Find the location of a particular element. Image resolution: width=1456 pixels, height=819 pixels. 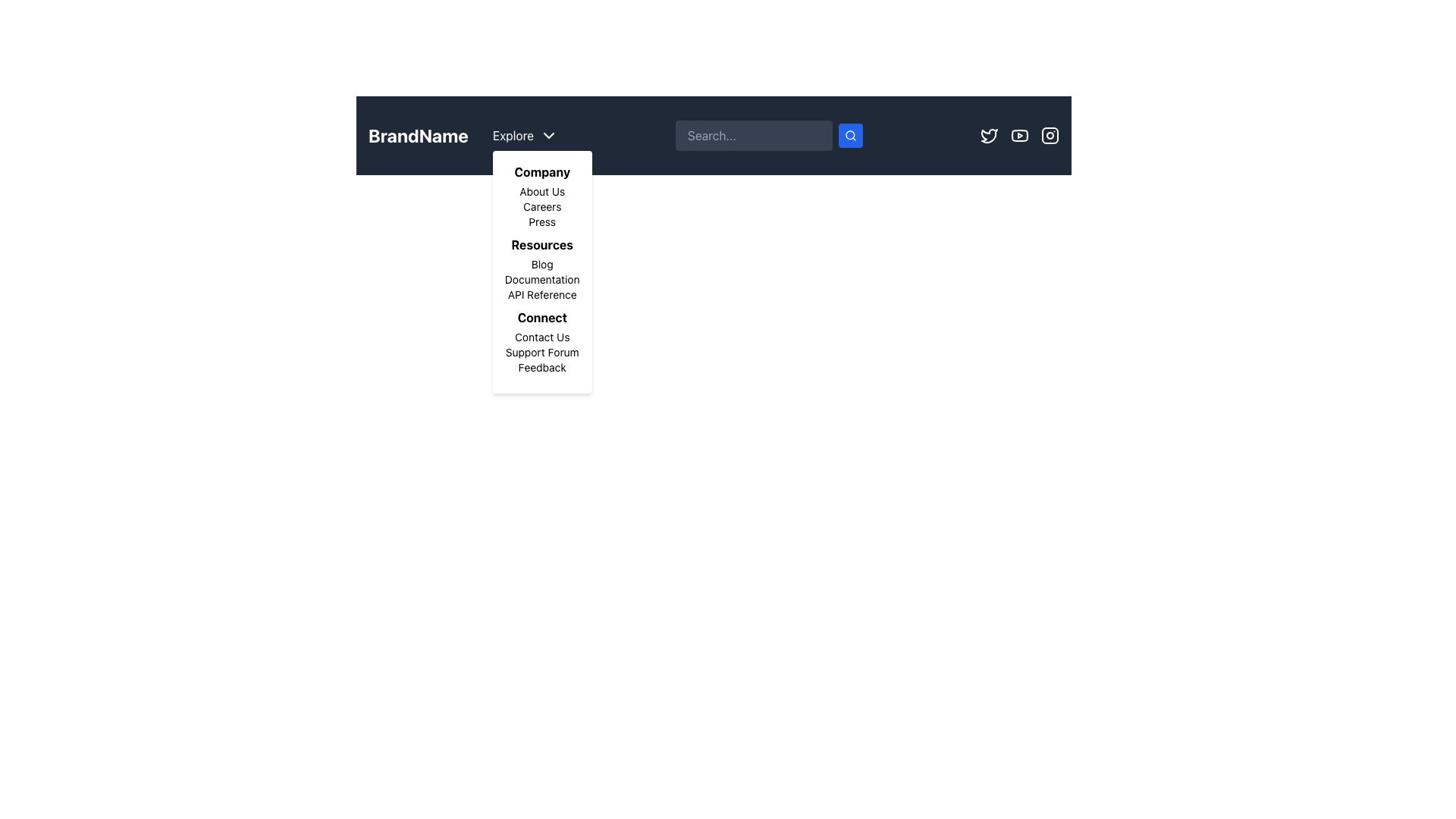

the search bar located centrally within the navigation bar to focus and start typing a search query is located at coordinates (768, 134).